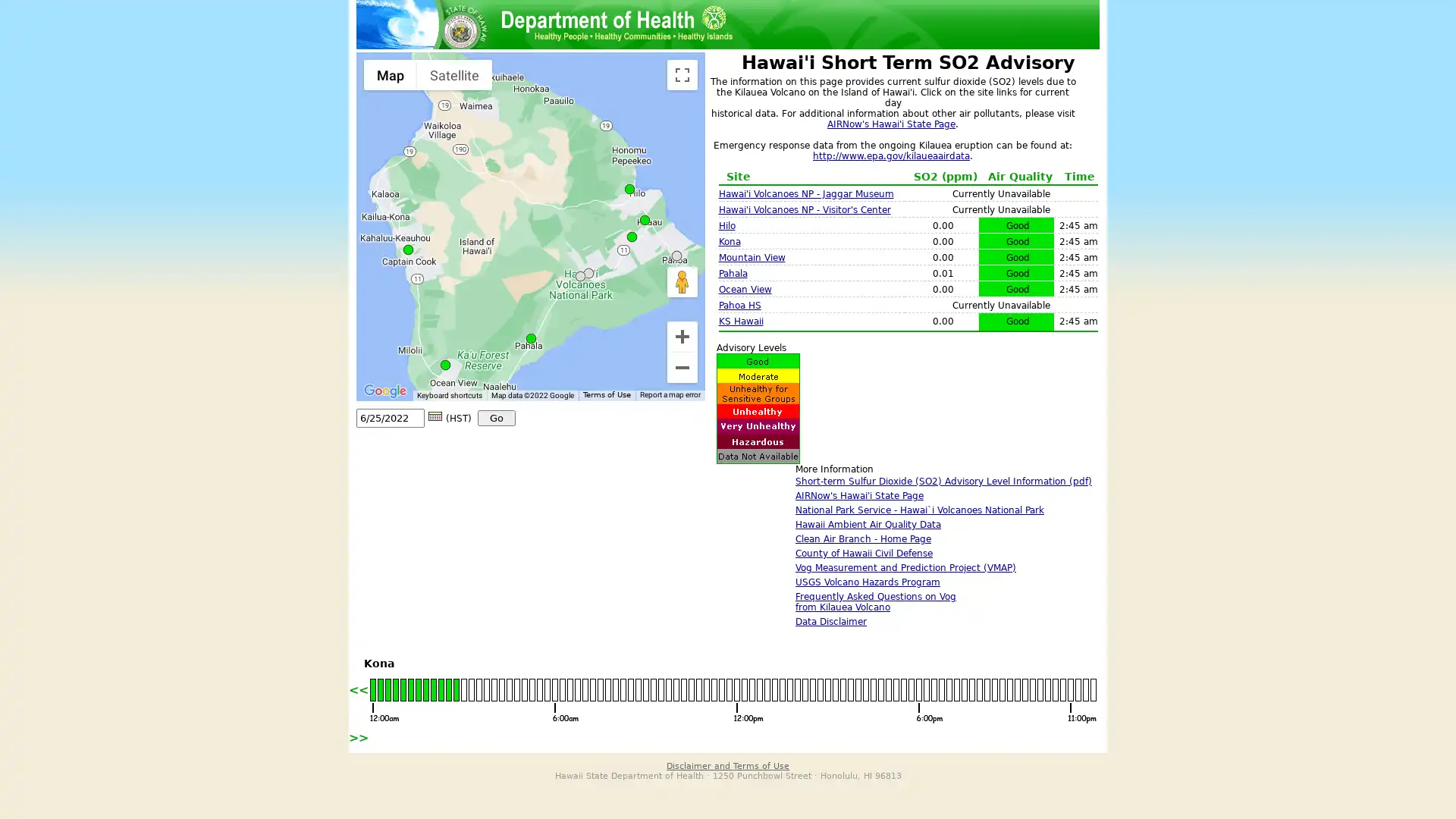 The image size is (1456, 819). Describe the element at coordinates (645, 220) in the screenshot. I see `KS Hawaii: SO2 0.00 ppm (Good) on 06/25 at 02:45 am` at that location.